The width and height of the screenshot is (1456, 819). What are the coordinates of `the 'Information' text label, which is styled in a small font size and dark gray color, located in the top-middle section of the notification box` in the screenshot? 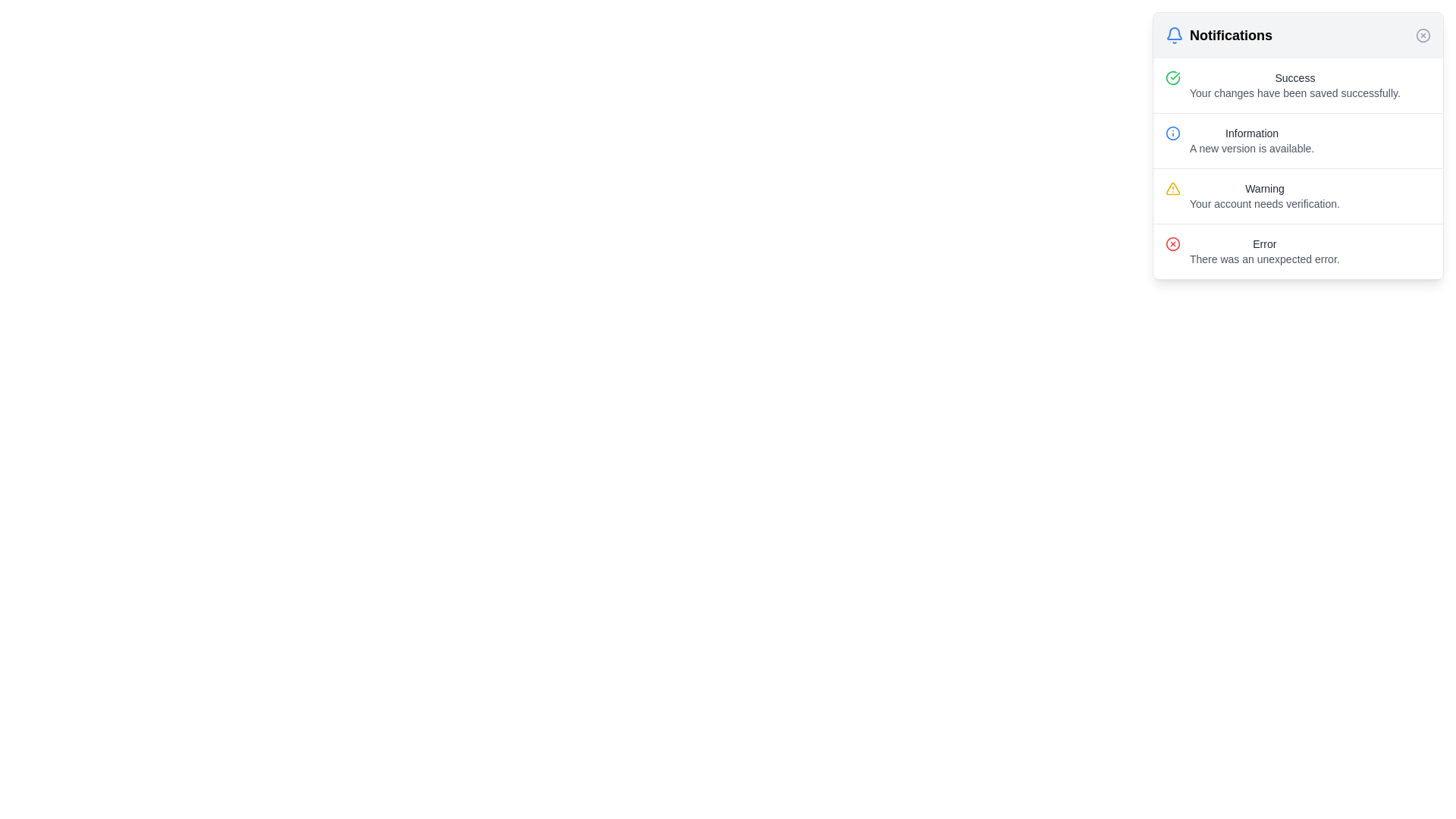 It's located at (1252, 133).